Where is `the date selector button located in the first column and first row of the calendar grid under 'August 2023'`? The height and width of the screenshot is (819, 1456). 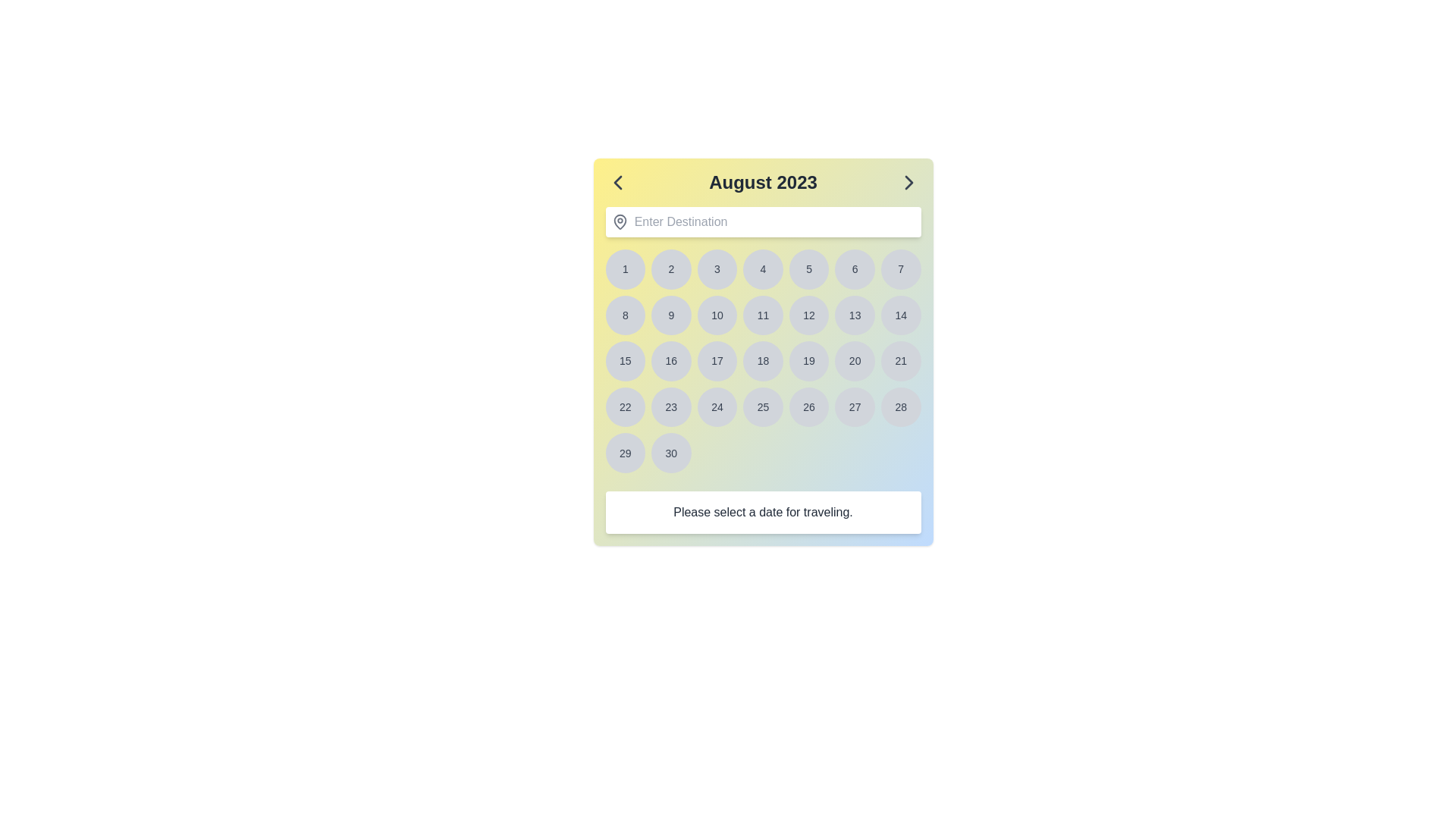
the date selector button located in the first column and first row of the calendar grid under 'August 2023' is located at coordinates (625, 268).